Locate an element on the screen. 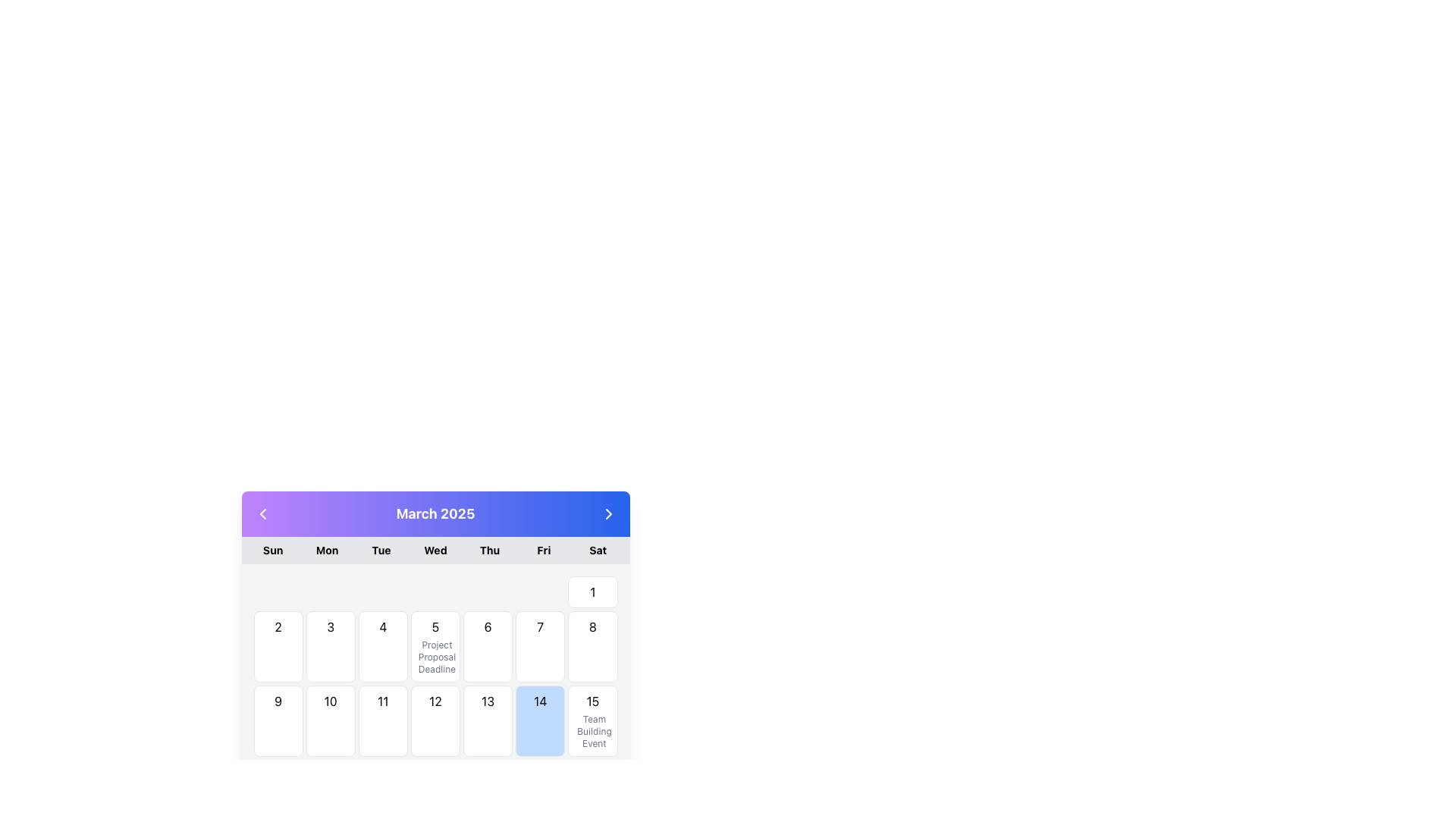 The width and height of the screenshot is (1456, 819). the calendar day box representing the sixth day of the month is located at coordinates (488, 646).